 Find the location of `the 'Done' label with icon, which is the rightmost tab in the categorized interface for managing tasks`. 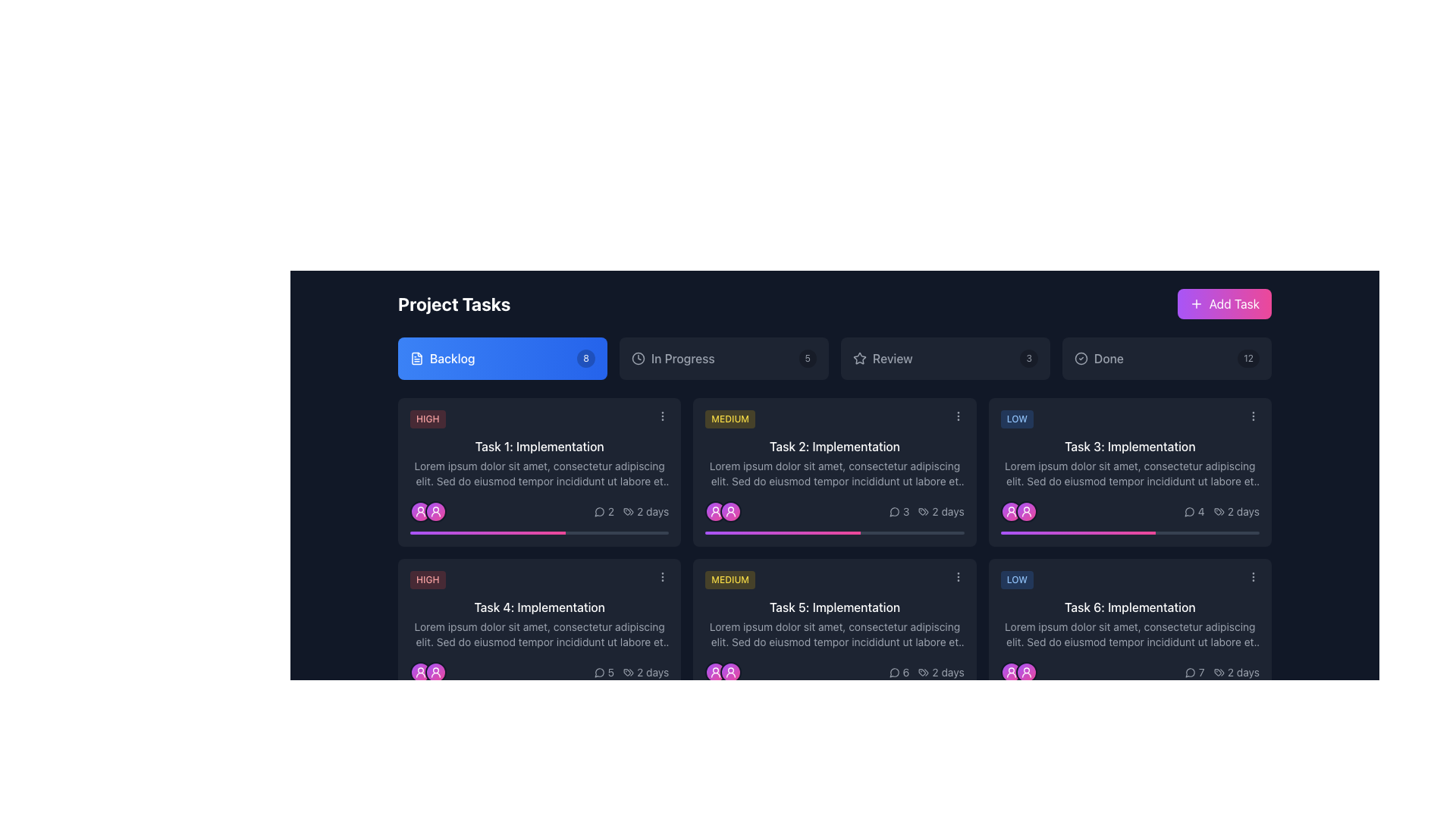

the 'Done' label with icon, which is the rightmost tab in the categorized interface for managing tasks is located at coordinates (1099, 359).